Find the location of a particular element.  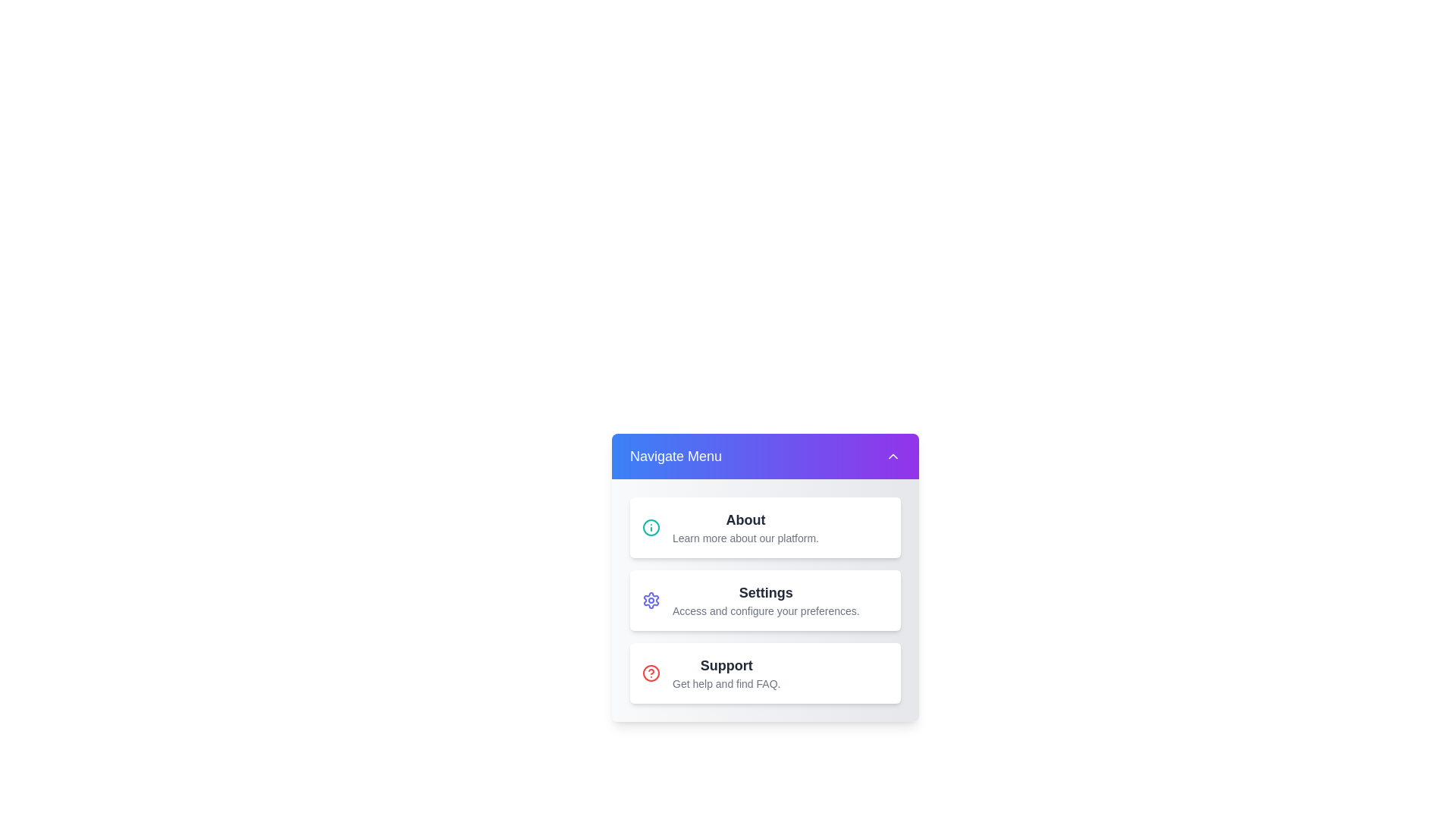

the icon of the menu item labeled 'Settings' to inspect it is located at coordinates (651, 599).